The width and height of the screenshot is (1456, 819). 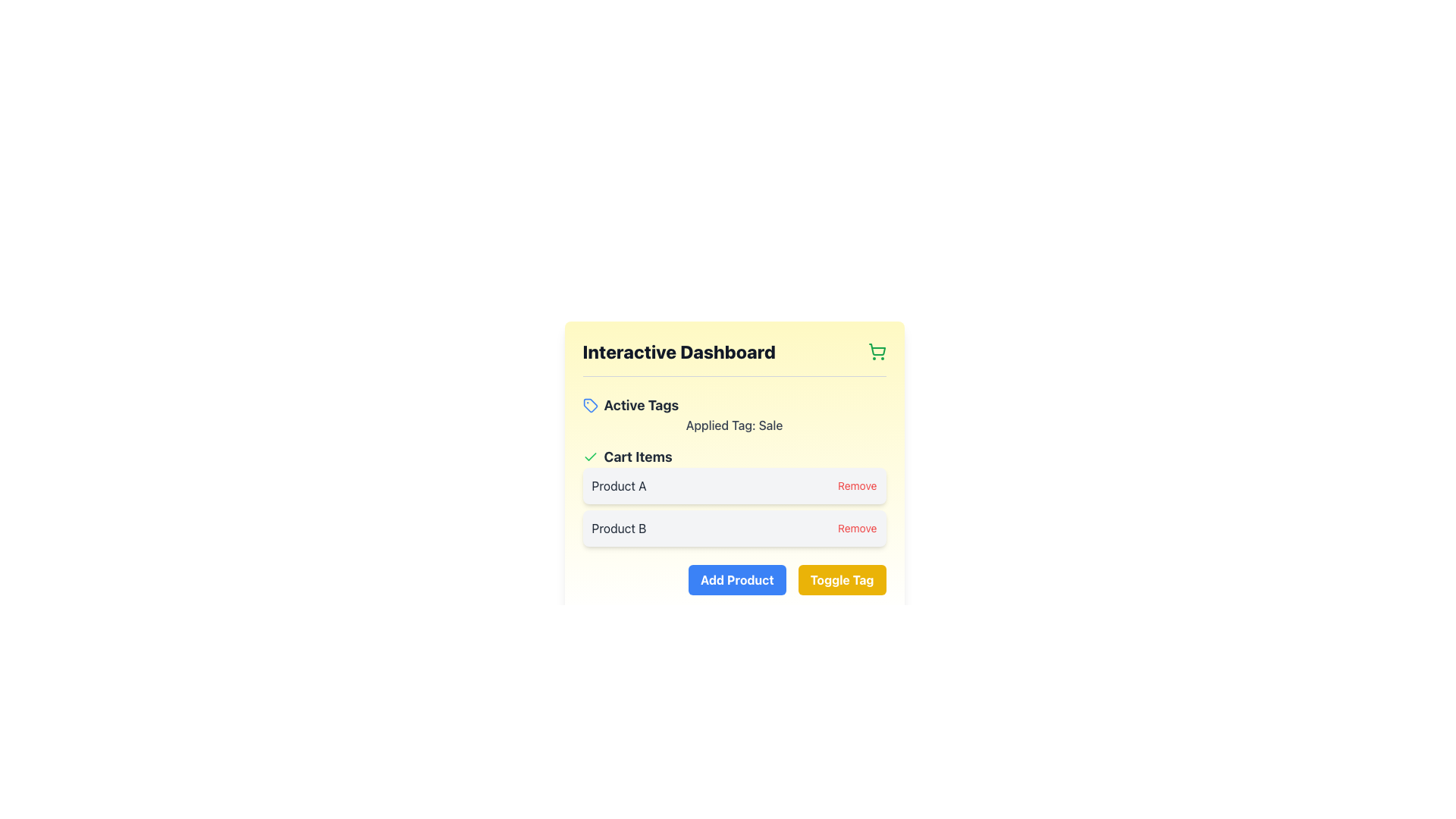 What do you see at coordinates (841, 579) in the screenshot?
I see `the bright yellow 'Toggle Tag' button with rounded corners located next to the blue 'Add Product' button` at bounding box center [841, 579].